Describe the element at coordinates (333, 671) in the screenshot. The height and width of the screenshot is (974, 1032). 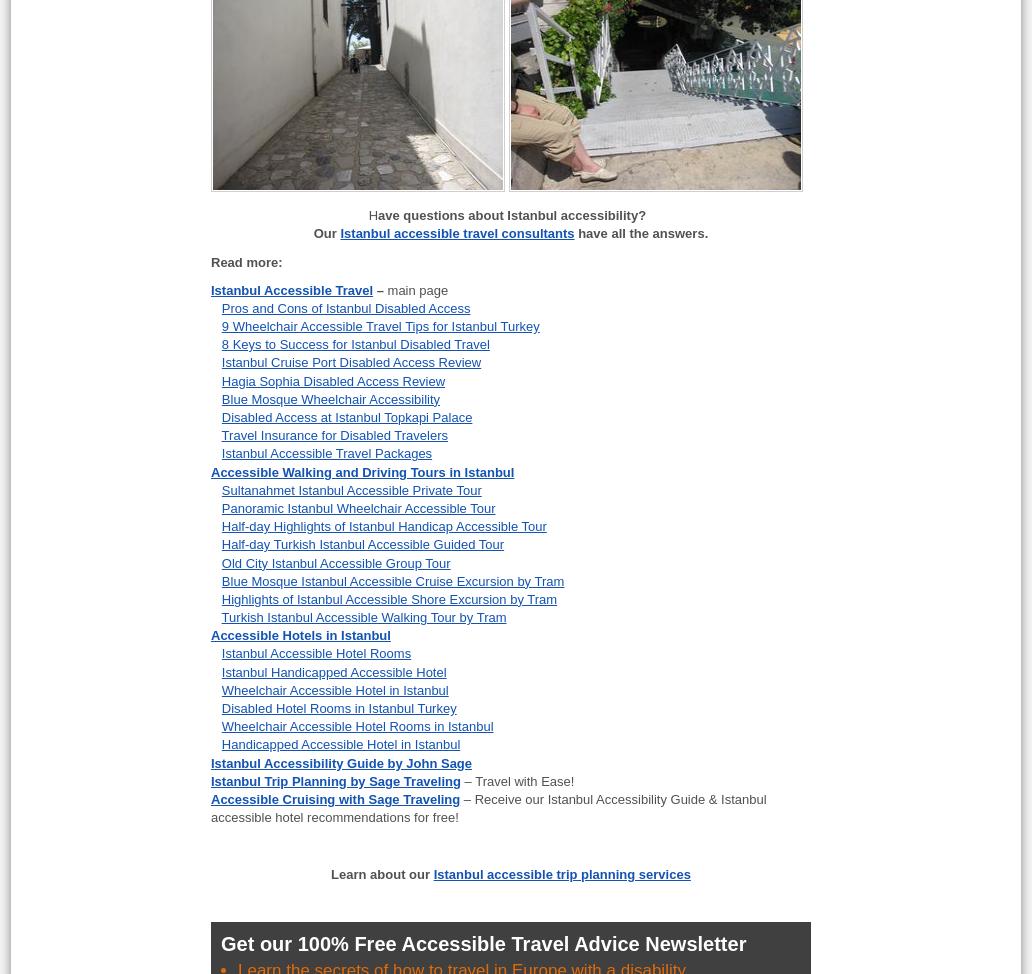
I see `'Istanbul Handicapped Accessible Hotel'` at that location.